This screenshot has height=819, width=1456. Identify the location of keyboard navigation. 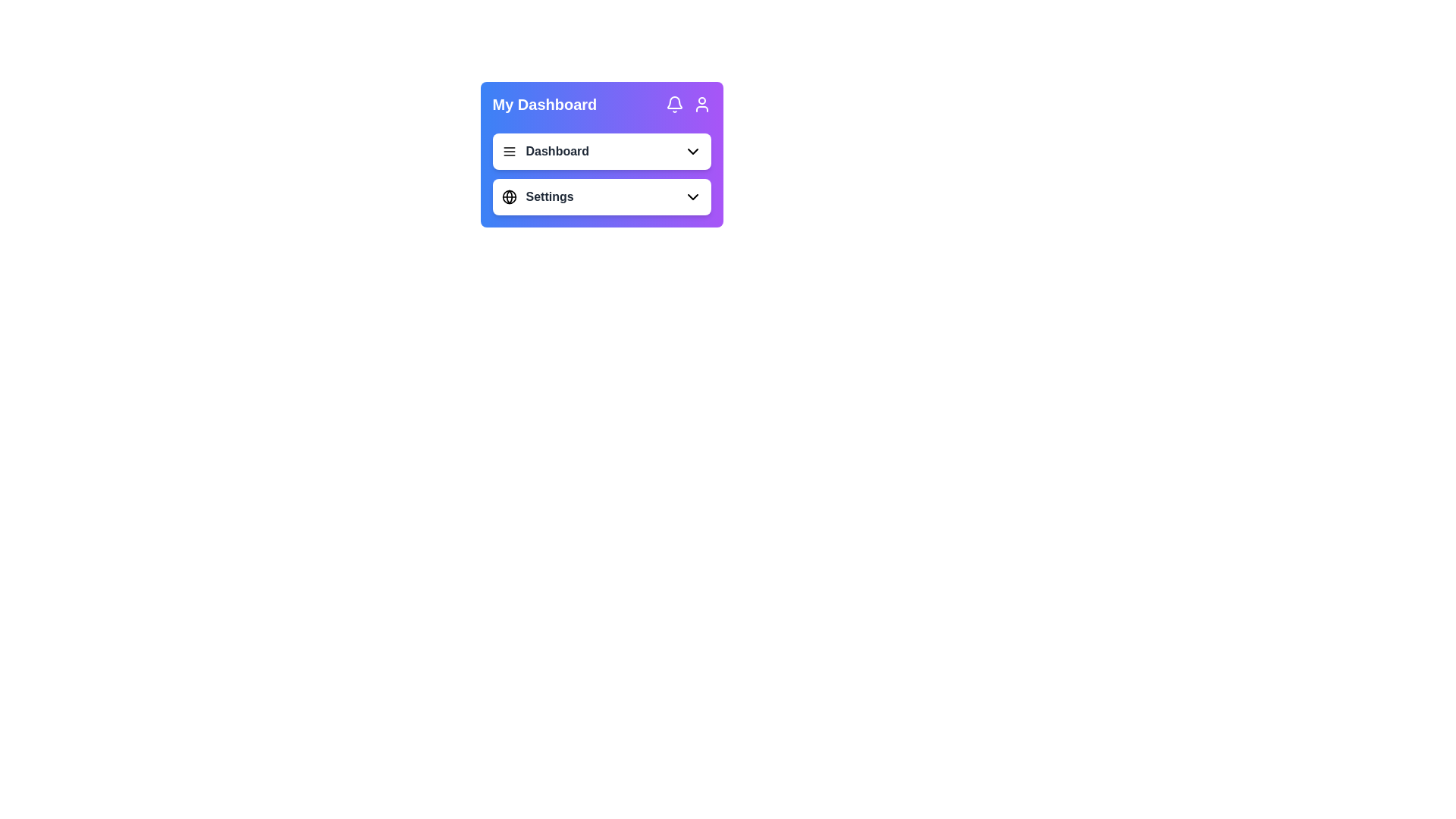
(601, 196).